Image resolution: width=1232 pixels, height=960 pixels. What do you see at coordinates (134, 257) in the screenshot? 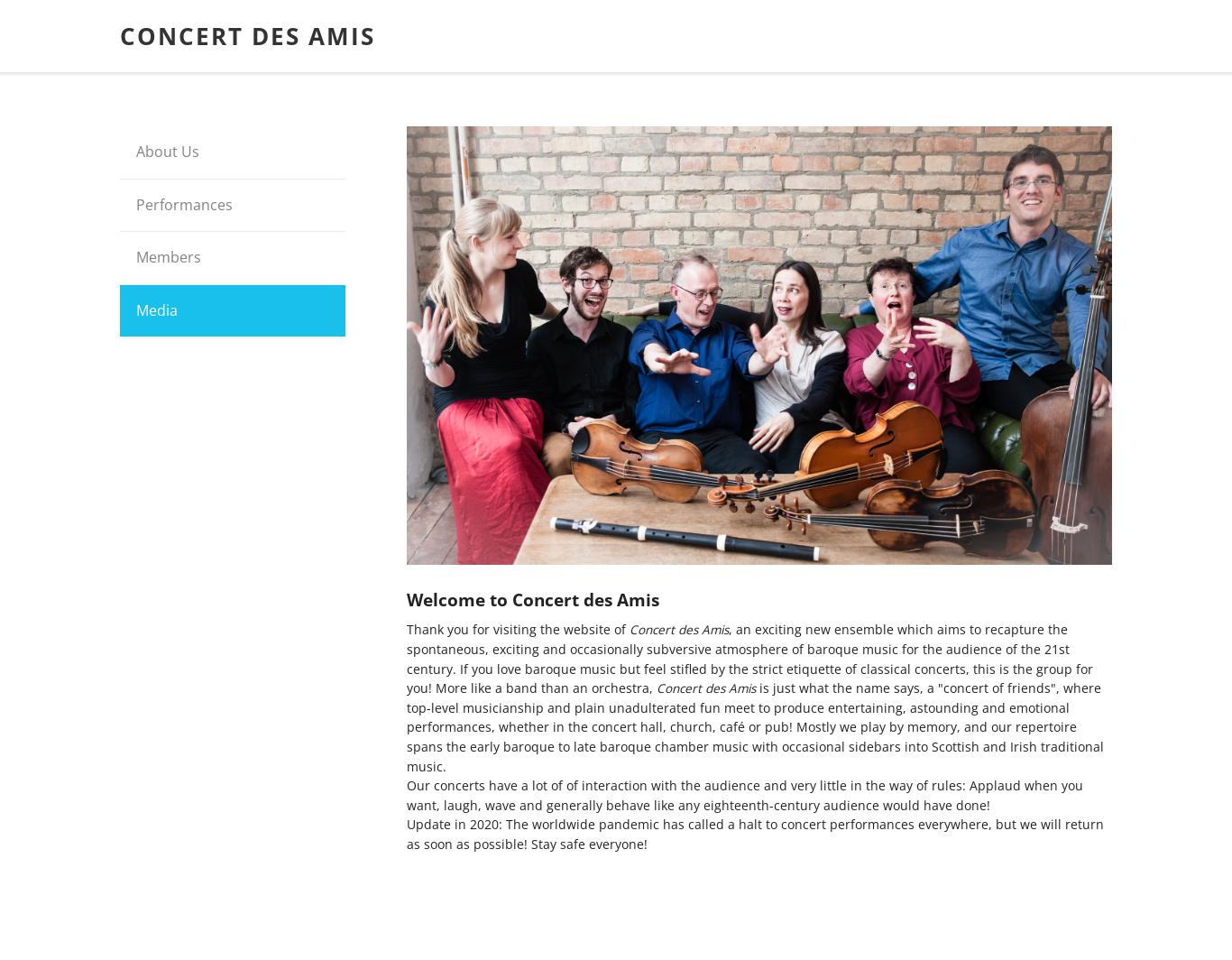
I see `'Members'` at bounding box center [134, 257].